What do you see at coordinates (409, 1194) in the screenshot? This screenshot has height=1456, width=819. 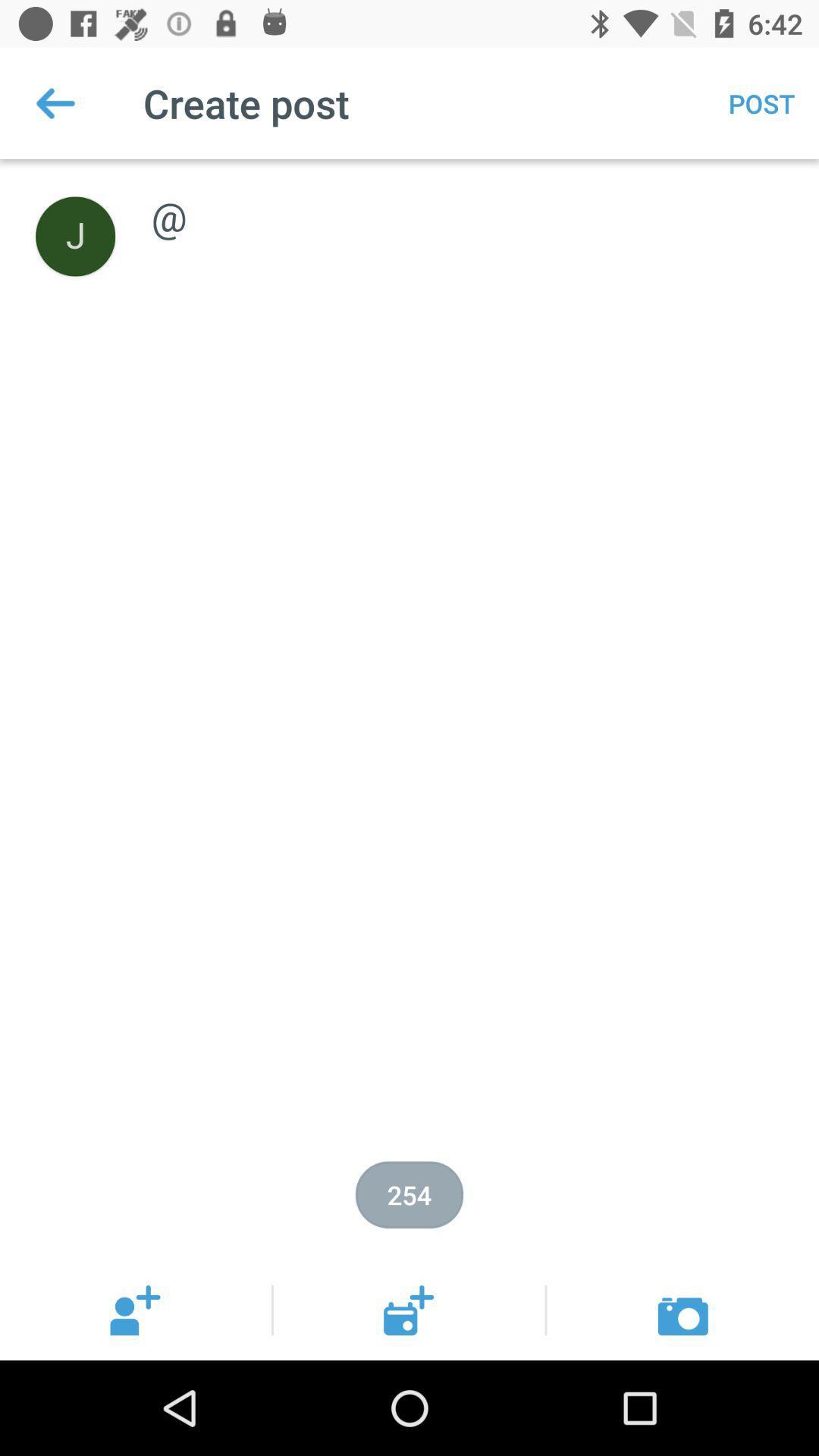 I see `254 icon` at bounding box center [409, 1194].